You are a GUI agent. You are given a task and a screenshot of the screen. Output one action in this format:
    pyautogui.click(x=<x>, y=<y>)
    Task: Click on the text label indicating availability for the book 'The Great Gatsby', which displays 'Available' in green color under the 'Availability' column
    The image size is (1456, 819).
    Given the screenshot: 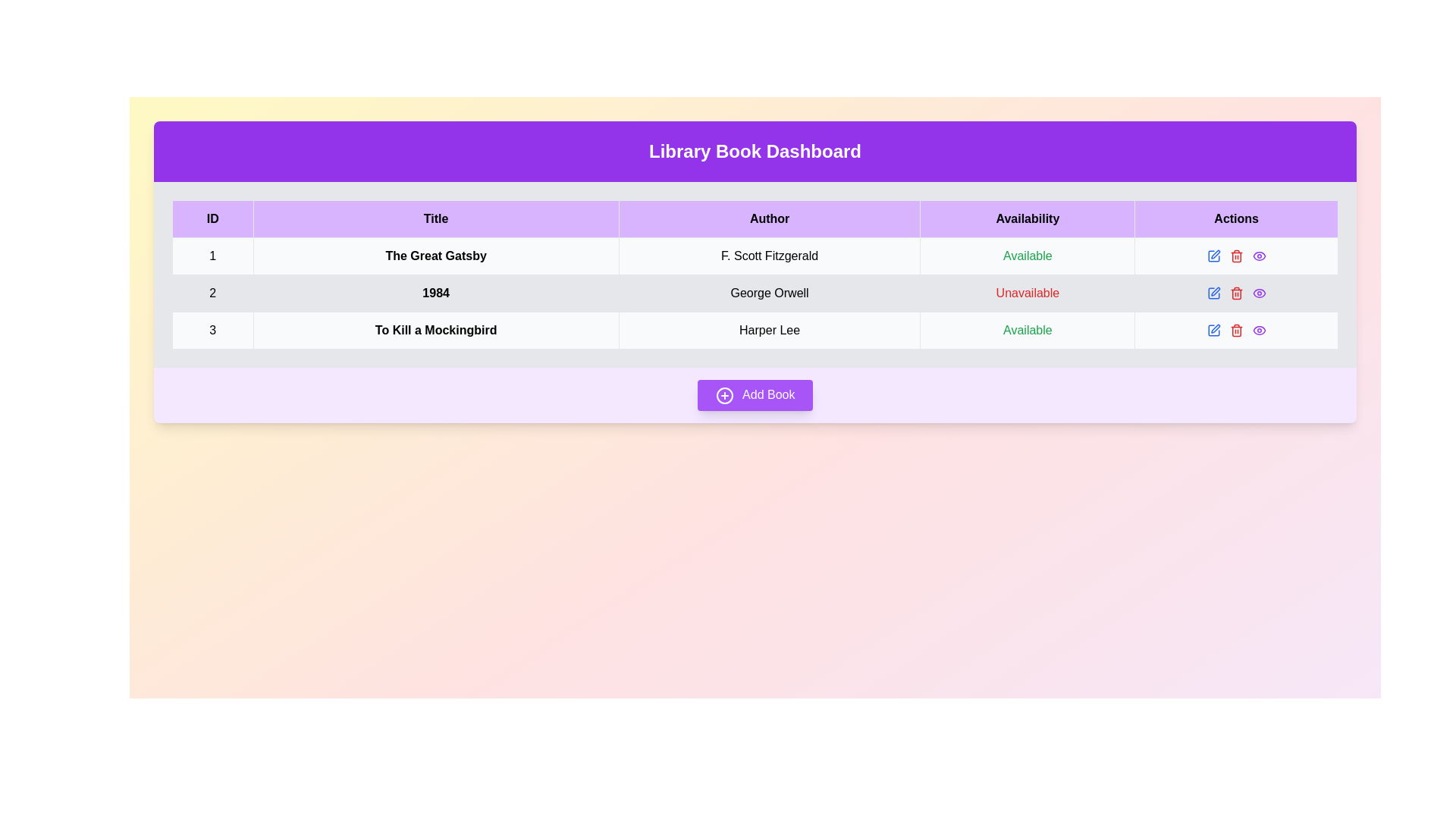 What is the action you would take?
    pyautogui.click(x=1028, y=256)
    